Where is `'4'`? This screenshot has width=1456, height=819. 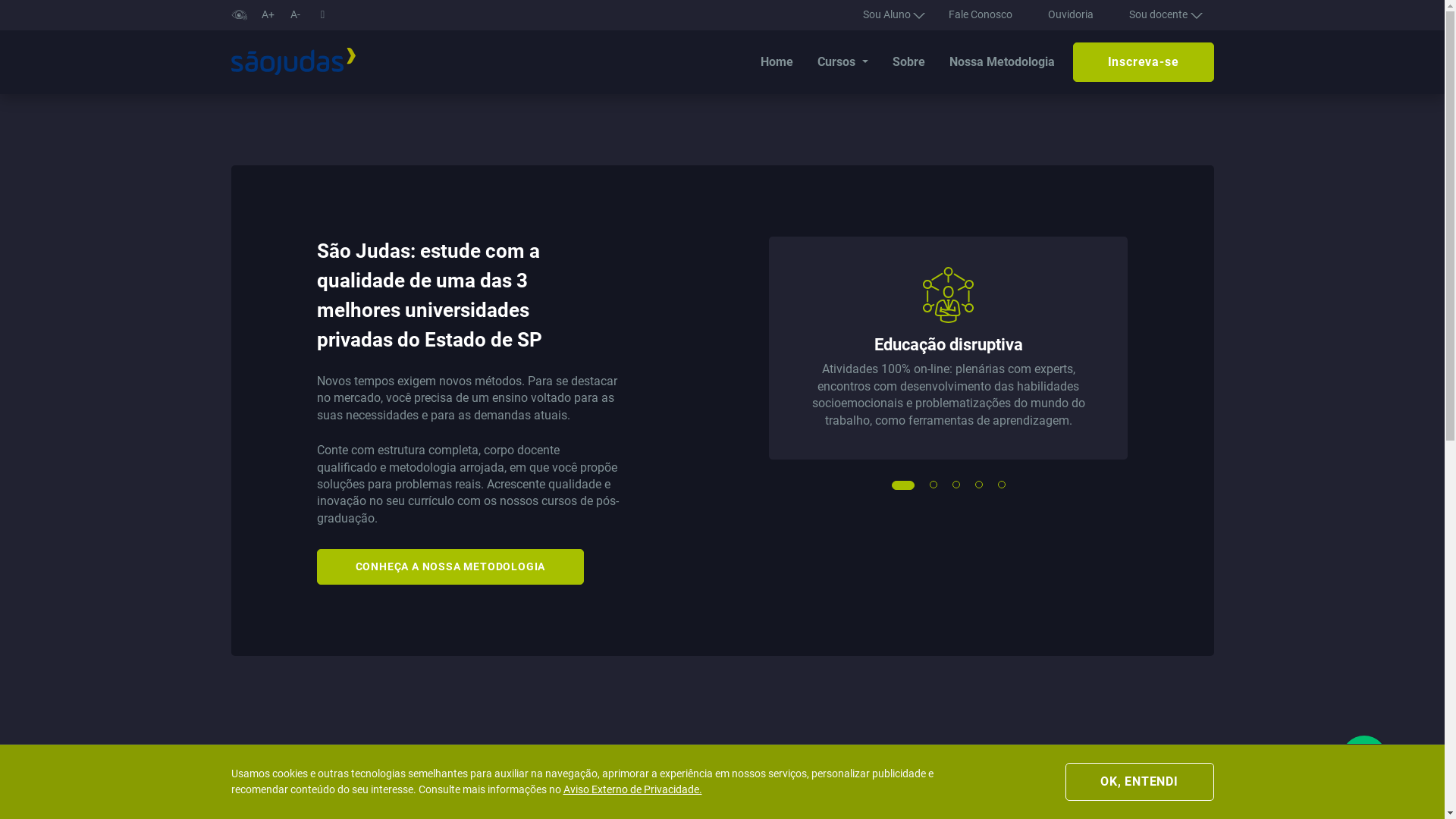 '4' is located at coordinates (979, 485).